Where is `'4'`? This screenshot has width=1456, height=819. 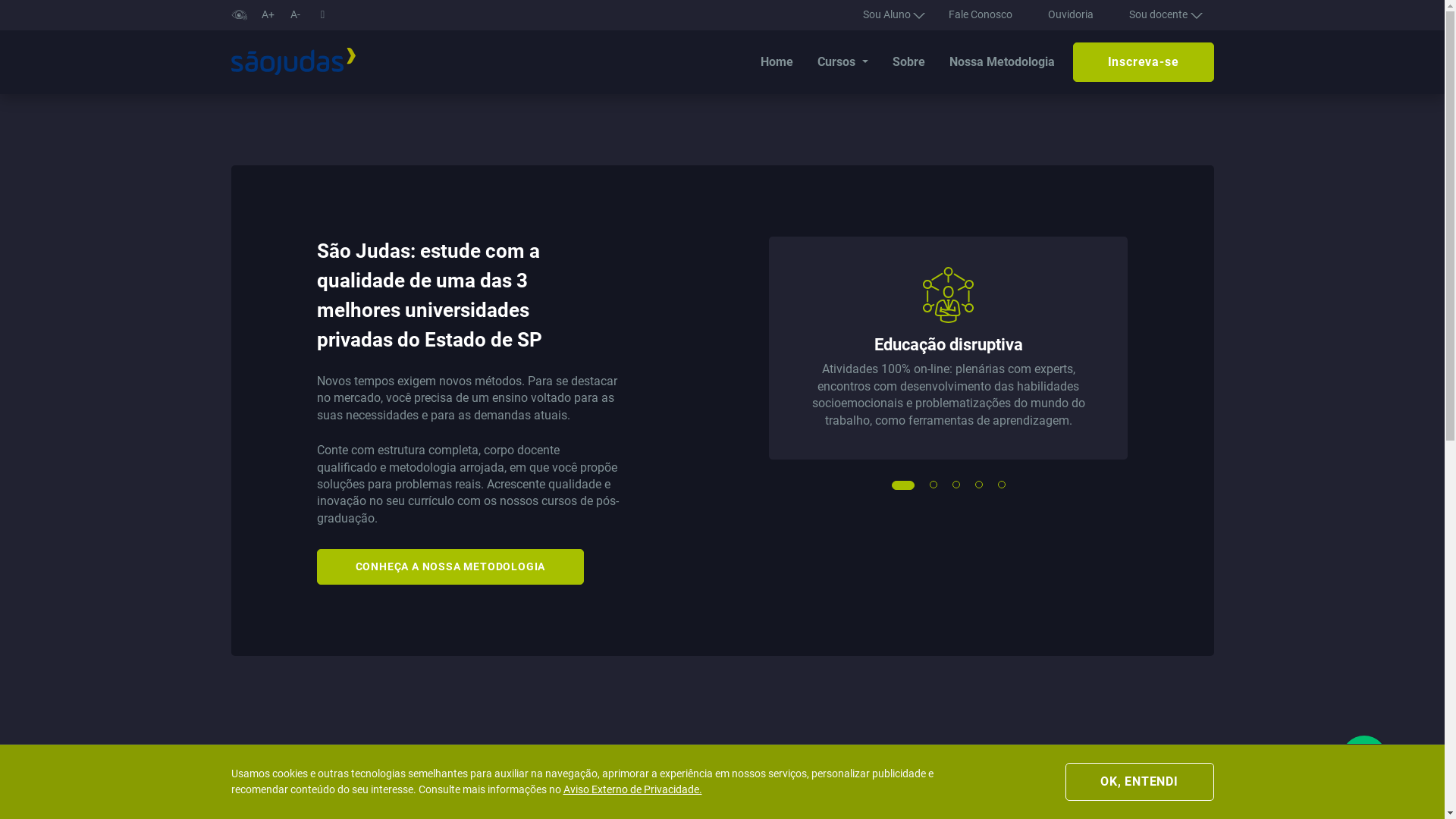 '4' is located at coordinates (979, 485).